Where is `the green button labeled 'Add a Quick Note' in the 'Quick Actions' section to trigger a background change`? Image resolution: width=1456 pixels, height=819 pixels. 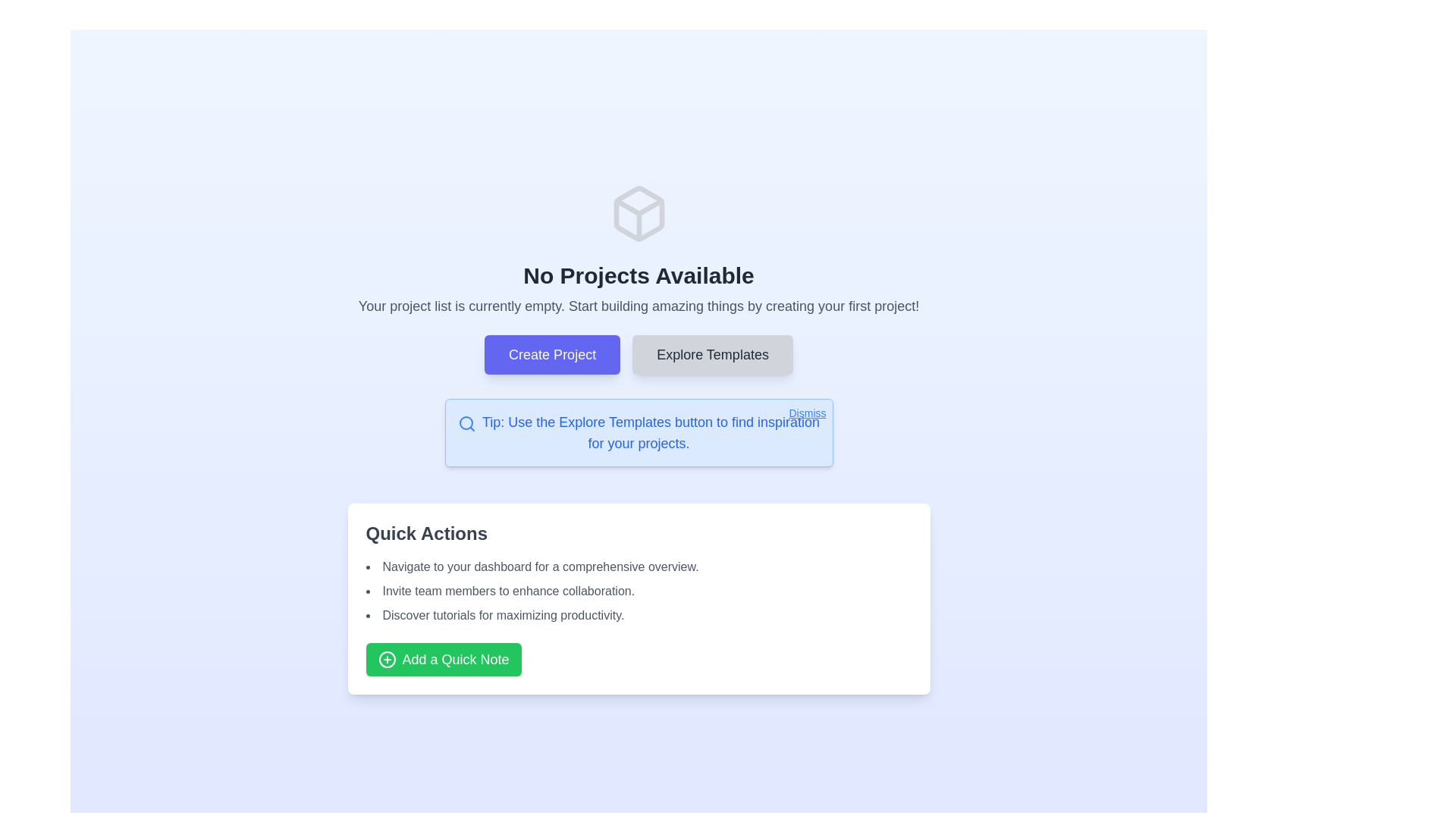 the green button labeled 'Add a Quick Note' in the 'Quick Actions' section to trigger a background change is located at coordinates (639, 598).